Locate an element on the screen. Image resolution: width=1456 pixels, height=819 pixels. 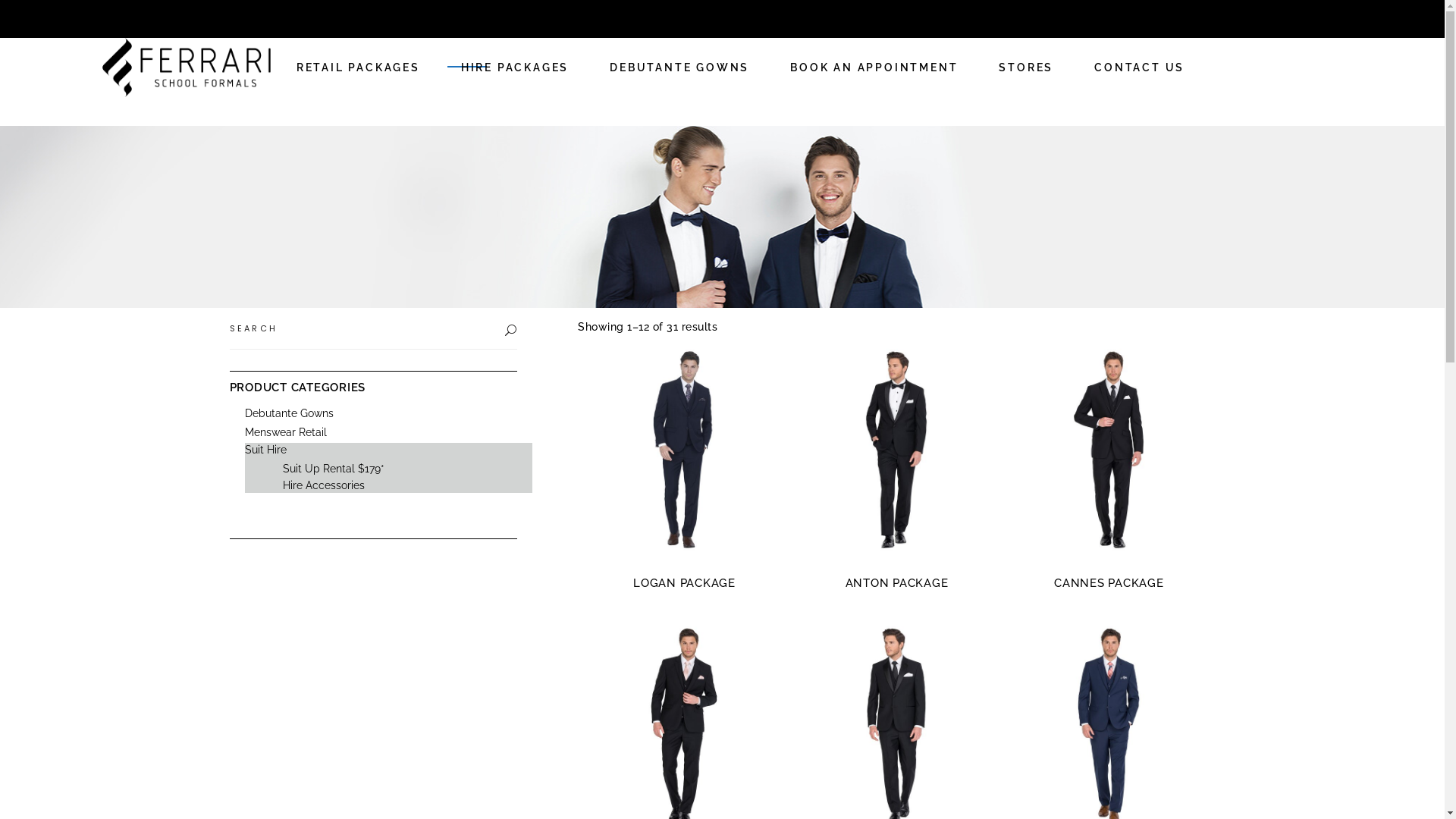
'CONTACT US' is located at coordinates (1139, 66).